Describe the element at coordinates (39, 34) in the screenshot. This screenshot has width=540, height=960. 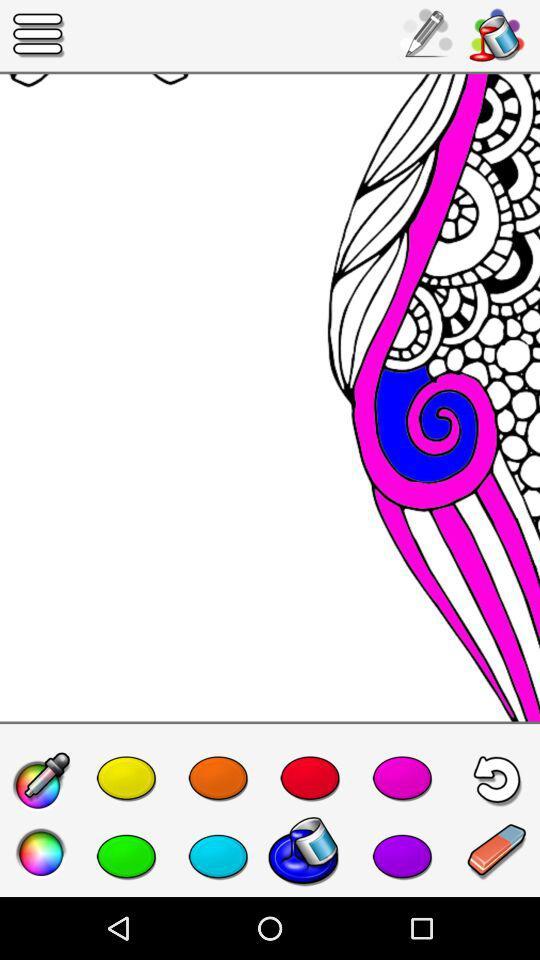
I see `the icon at the top left corner` at that location.